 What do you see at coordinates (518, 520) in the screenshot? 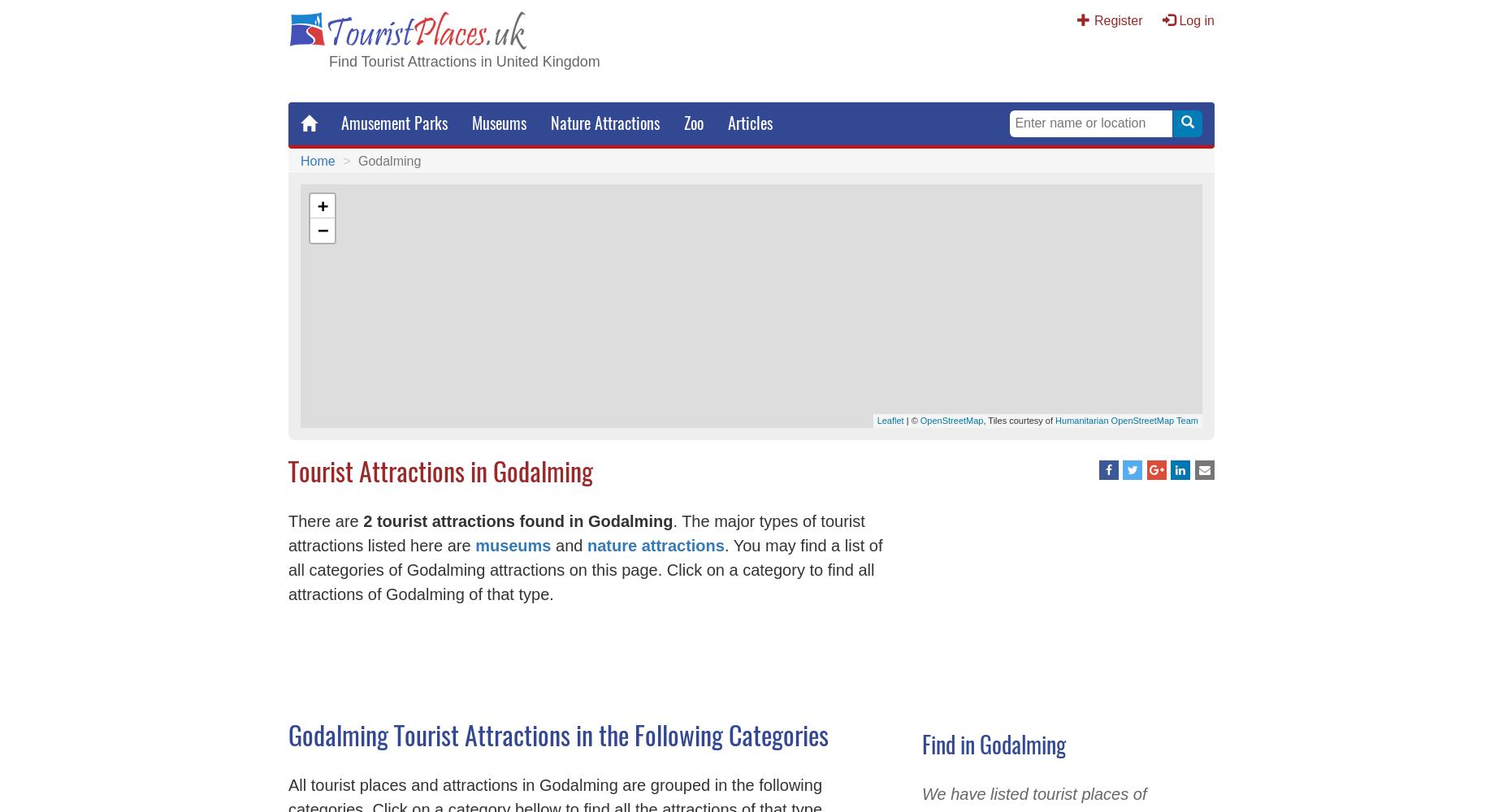
I see `'2 tourist attractions found in Godalming'` at bounding box center [518, 520].